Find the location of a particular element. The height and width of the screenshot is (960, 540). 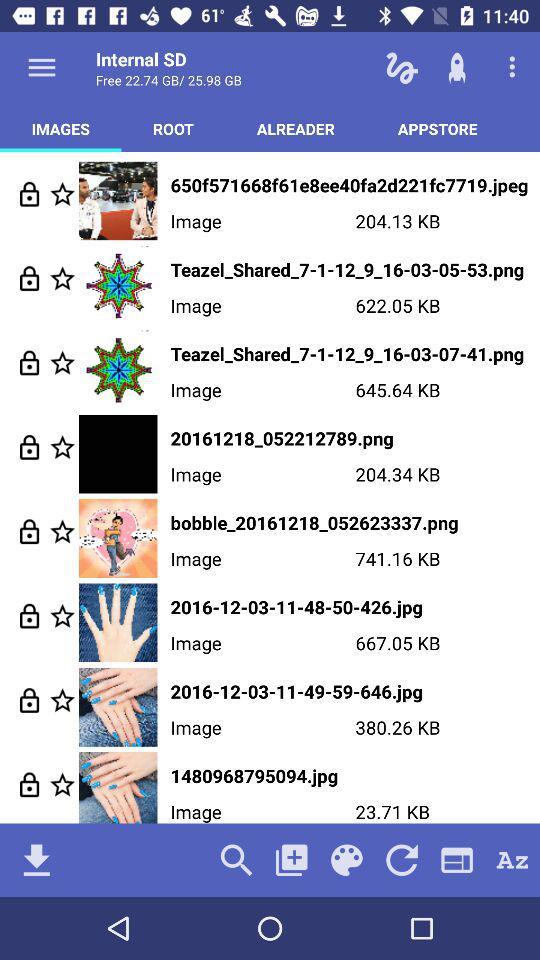

unlock image is located at coordinates (28, 784).